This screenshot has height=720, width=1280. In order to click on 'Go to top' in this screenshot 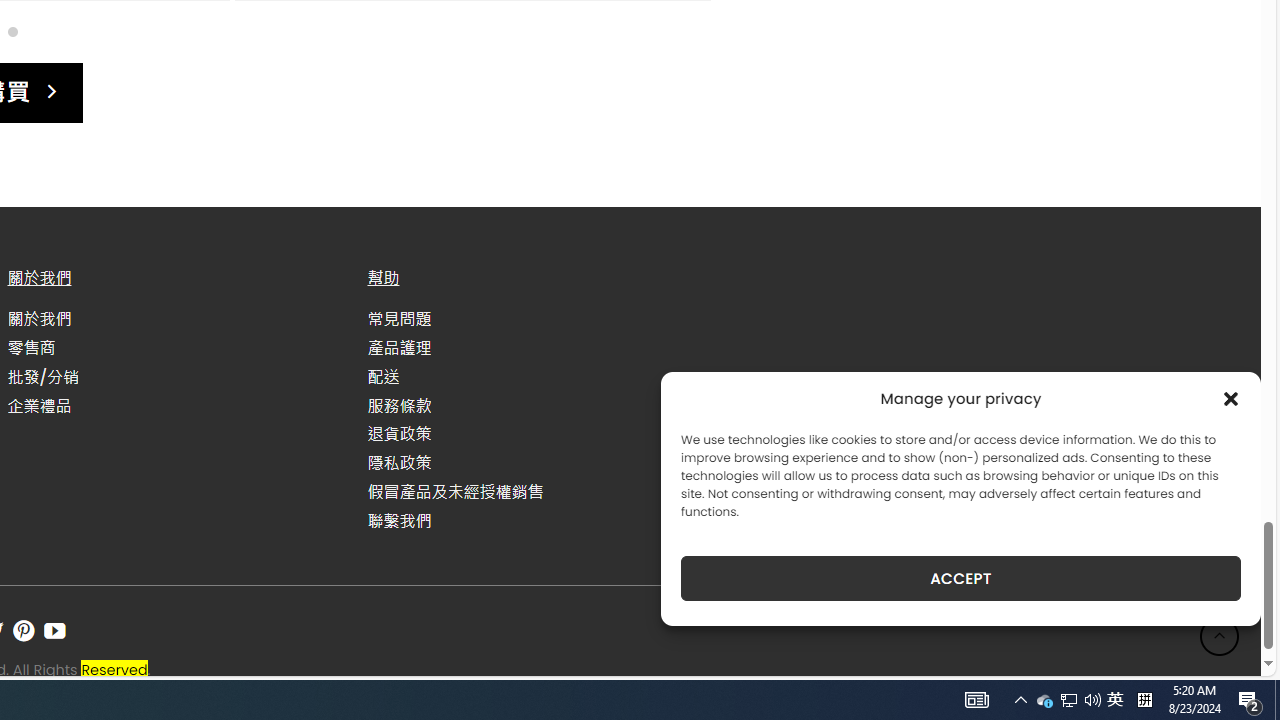, I will do `click(1219, 636)`.